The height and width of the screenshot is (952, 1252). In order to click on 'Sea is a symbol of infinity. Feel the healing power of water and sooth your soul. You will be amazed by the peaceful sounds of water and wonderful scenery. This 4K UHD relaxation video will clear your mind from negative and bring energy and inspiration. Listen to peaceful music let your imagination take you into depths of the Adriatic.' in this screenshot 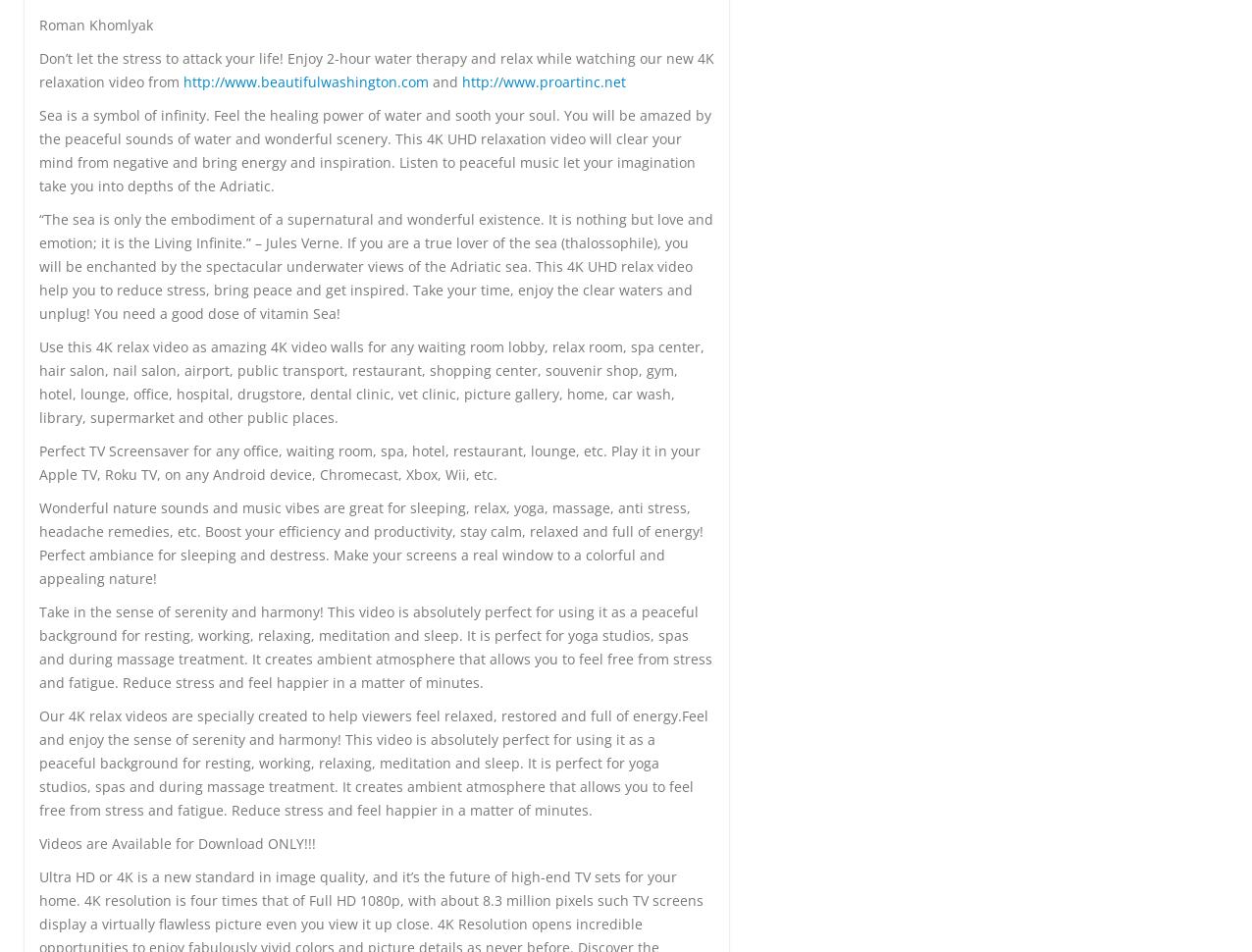, I will do `click(38, 148)`.